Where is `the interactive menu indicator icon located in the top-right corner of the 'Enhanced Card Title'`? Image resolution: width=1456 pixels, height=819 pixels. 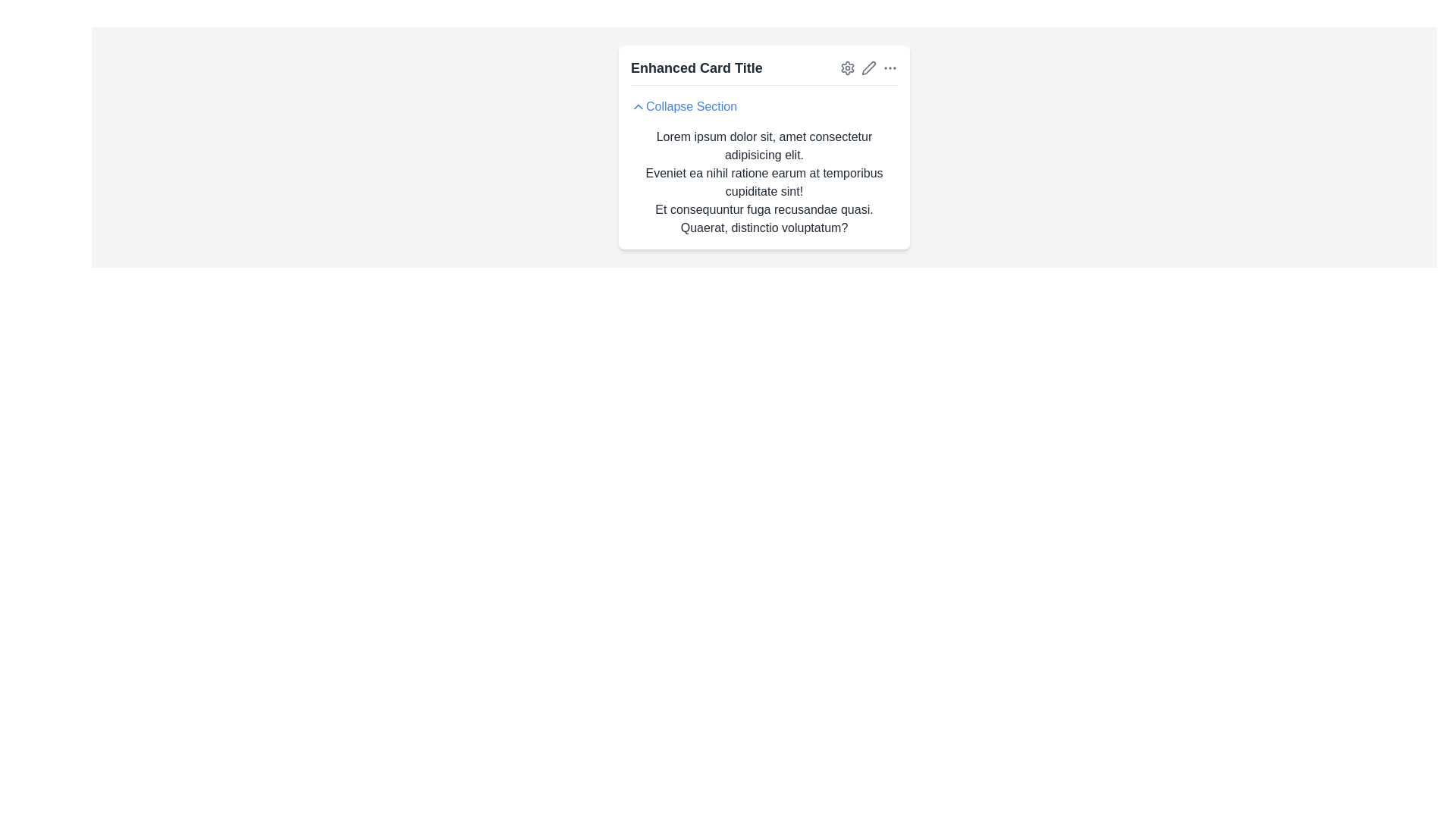
the interactive menu indicator icon located in the top-right corner of the 'Enhanced Card Title' is located at coordinates (890, 67).